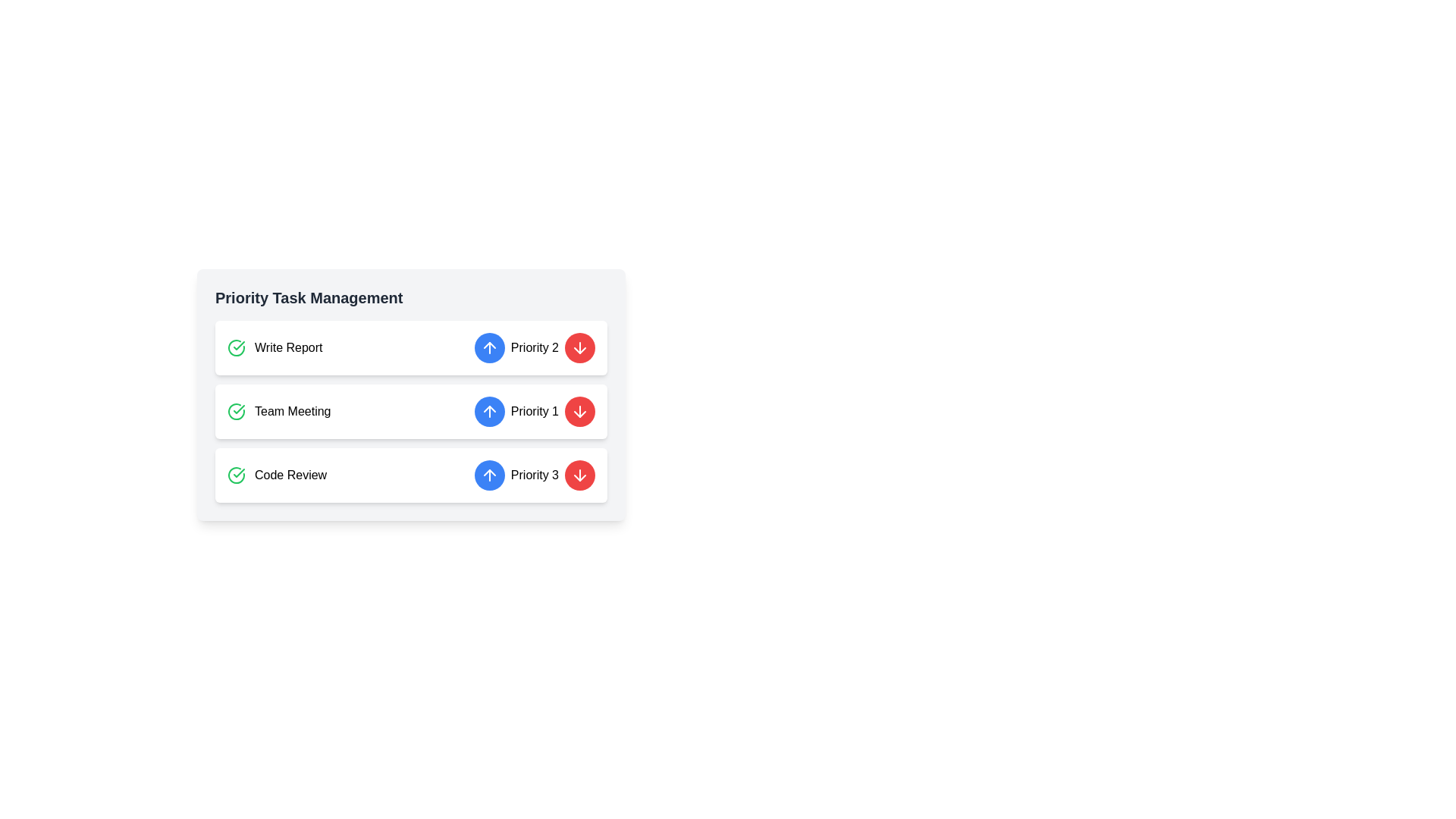 This screenshot has height=819, width=1456. What do you see at coordinates (579, 475) in the screenshot?
I see `the decrease priority Icon button located at the far-right edge of the 'Code Review' row in the 'Priority Task Management' interface to lower the task priority` at bounding box center [579, 475].